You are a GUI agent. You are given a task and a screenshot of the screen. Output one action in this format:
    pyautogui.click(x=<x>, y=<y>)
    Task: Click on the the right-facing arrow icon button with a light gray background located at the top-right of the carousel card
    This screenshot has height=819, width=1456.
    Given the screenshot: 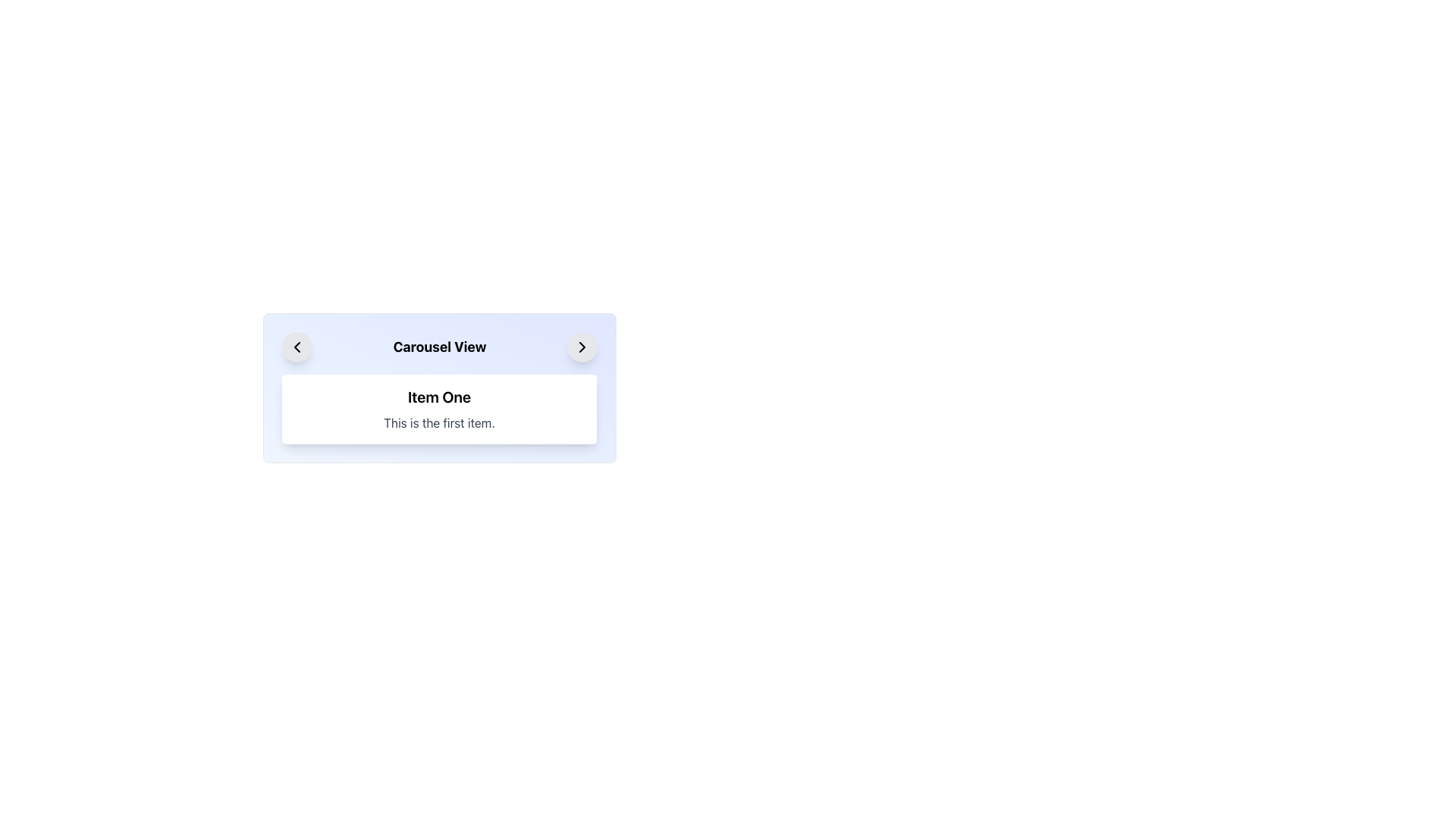 What is the action you would take?
    pyautogui.click(x=582, y=347)
    